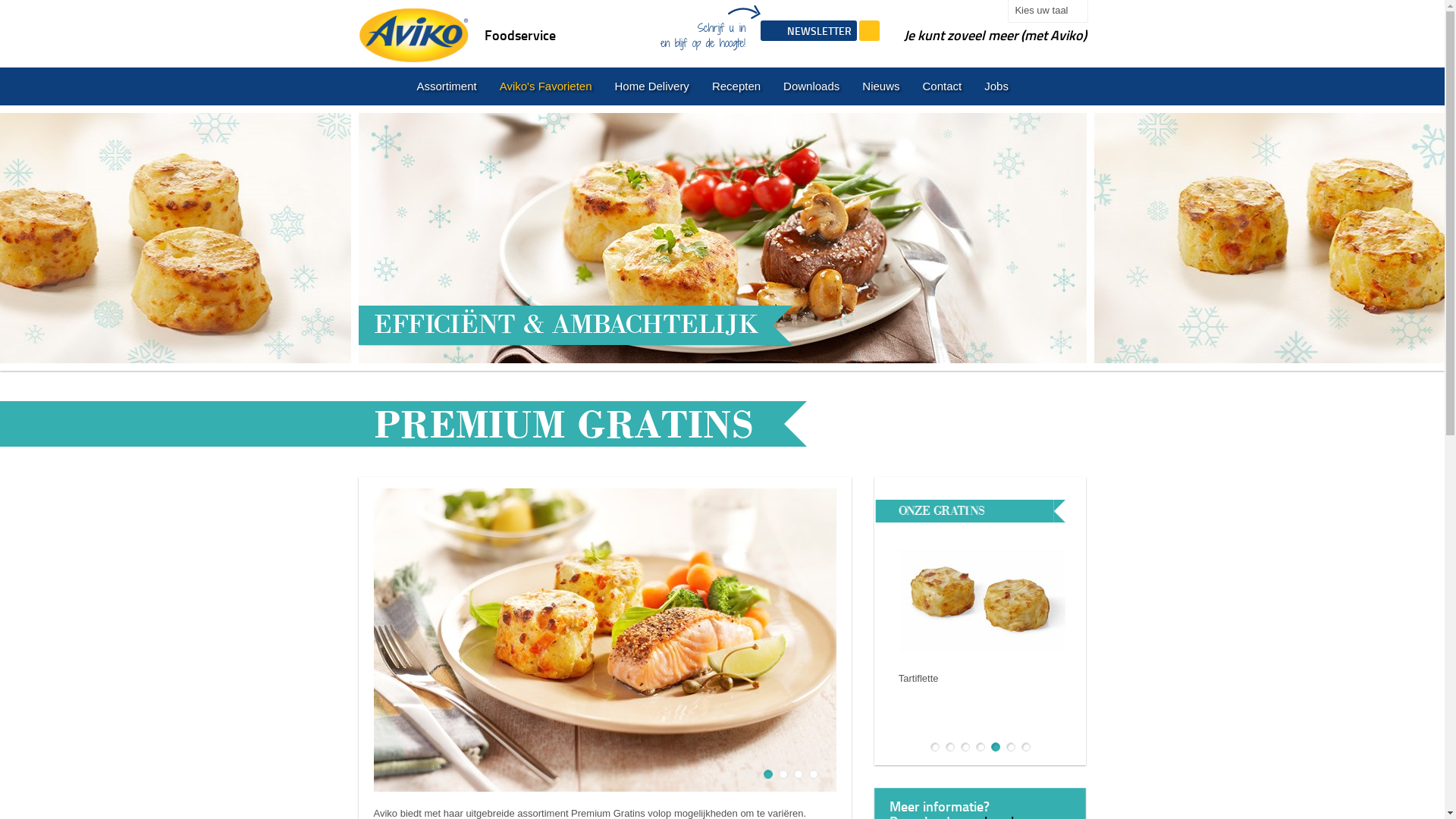  Describe the element at coordinates (1021, 745) in the screenshot. I see `'7'` at that location.